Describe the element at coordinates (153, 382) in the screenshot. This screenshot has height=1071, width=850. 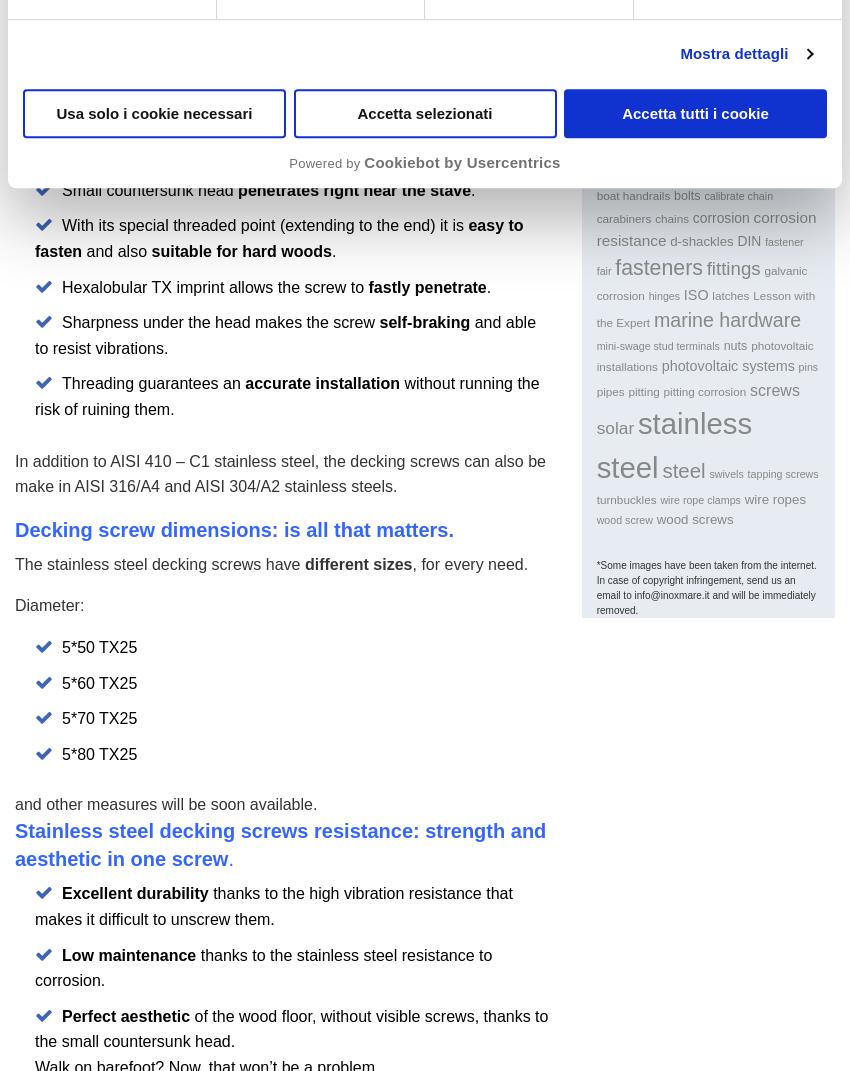
I see `'Threading guarantees an'` at that location.